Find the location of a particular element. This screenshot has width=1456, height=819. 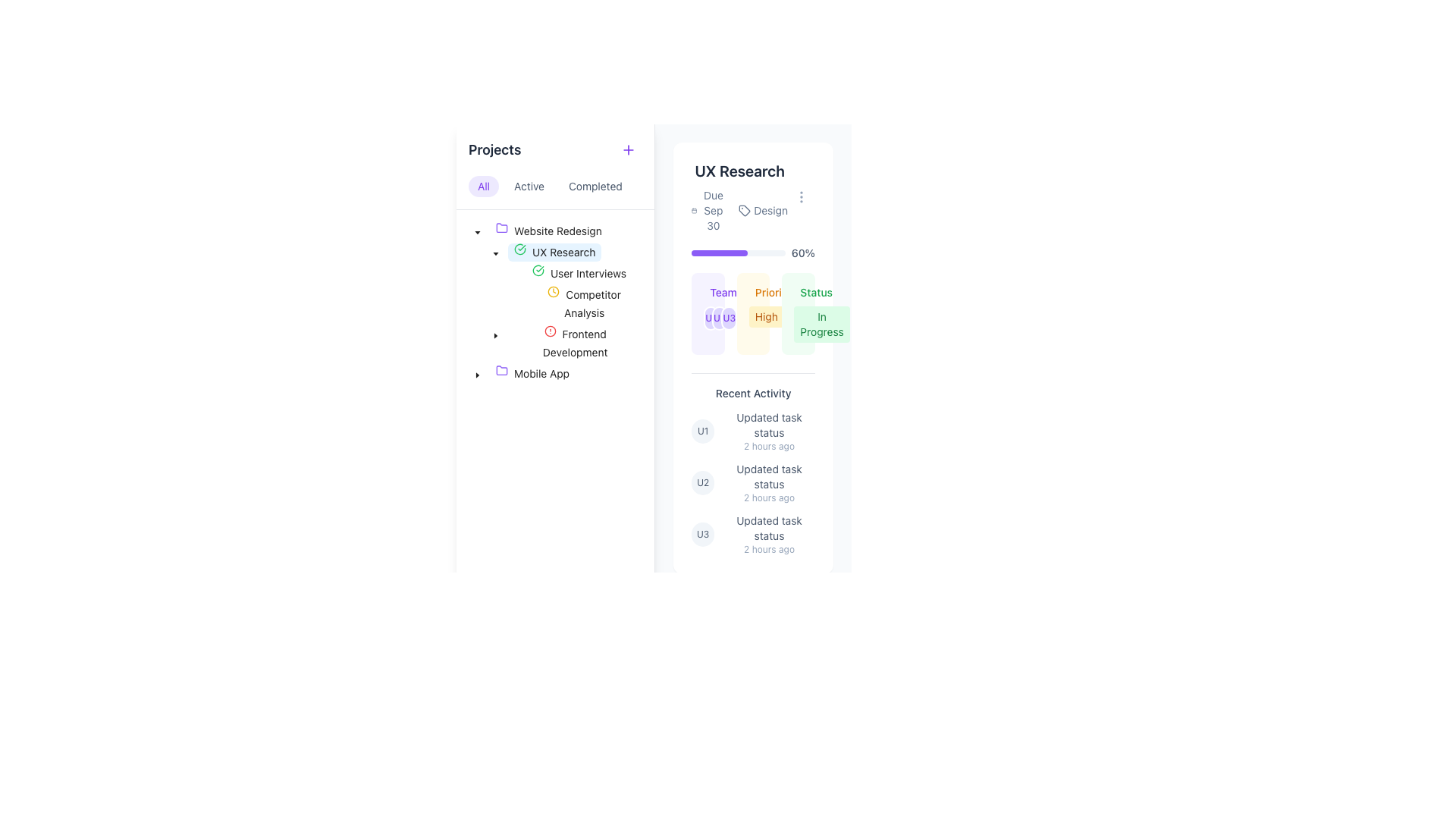

the text label indicating the team-related category or data, located in the center-right panel beneath the progress bar and next to status tags like 'Priority' and 'Status' is located at coordinates (723, 292).